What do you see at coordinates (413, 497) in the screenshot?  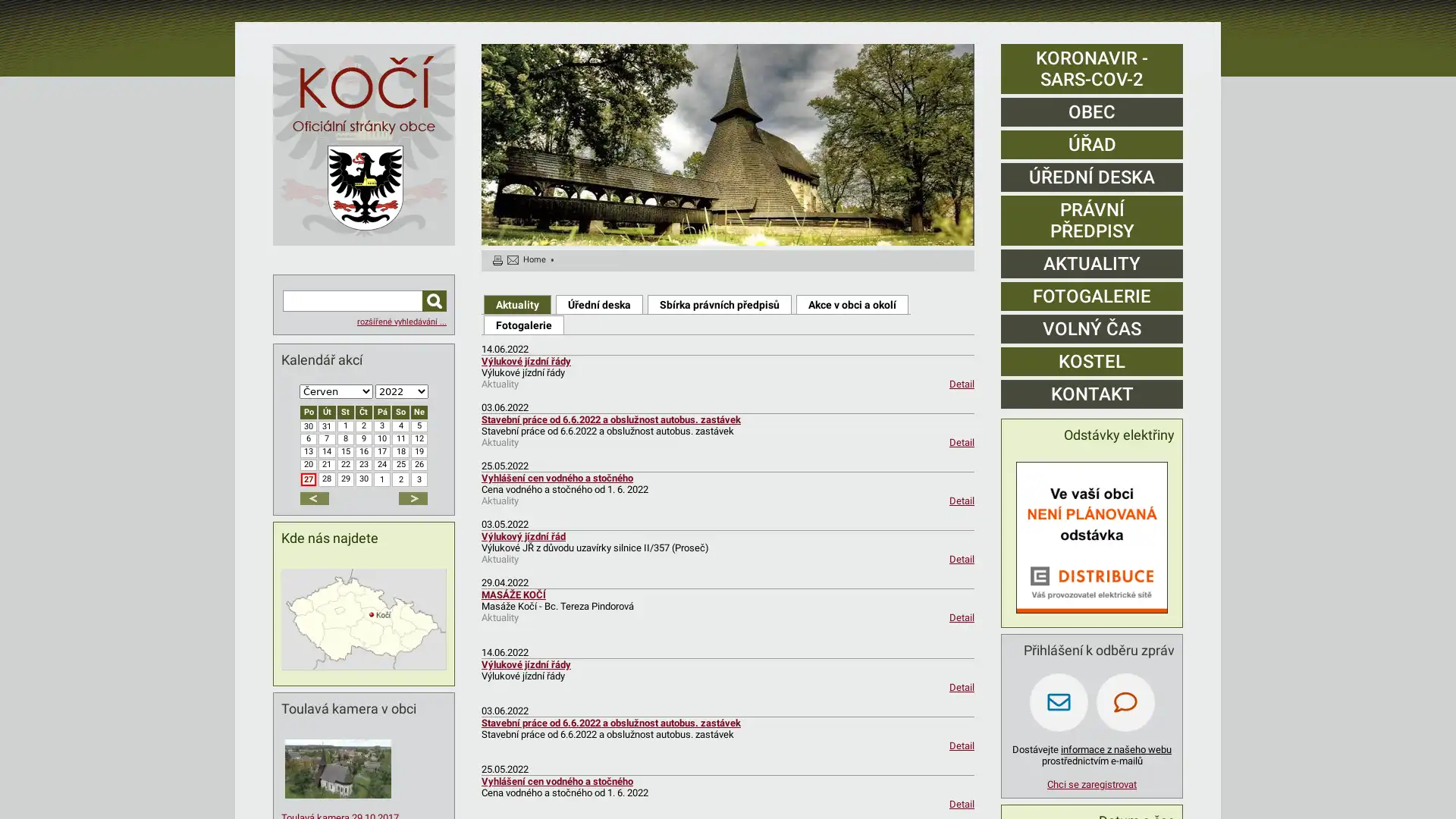 I see `dalsi` at bounding box center [413, 497].